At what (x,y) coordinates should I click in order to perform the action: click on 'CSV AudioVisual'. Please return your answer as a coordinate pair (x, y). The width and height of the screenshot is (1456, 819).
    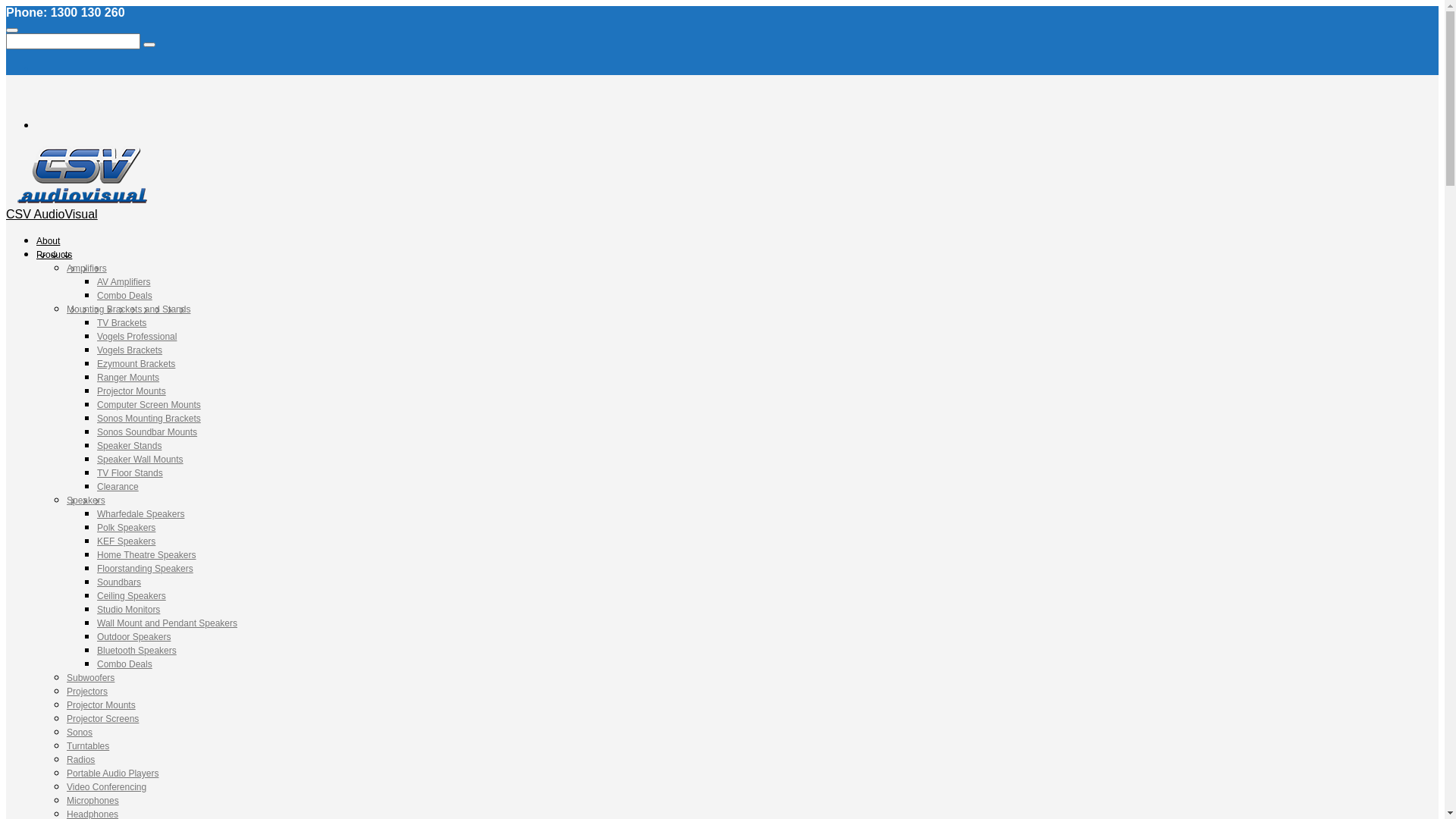
    Looking at the image, I should click on (52, 214).